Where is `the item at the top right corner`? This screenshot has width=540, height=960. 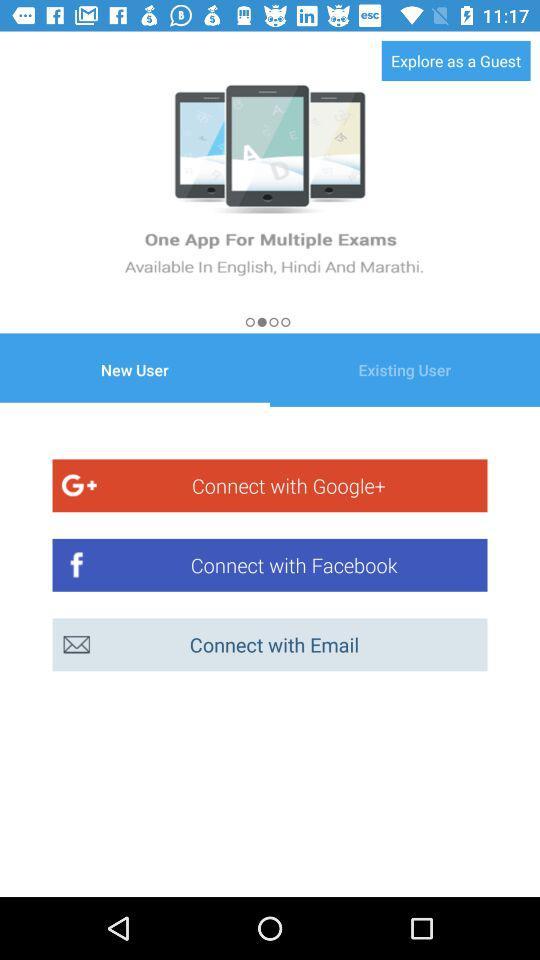 the item at the top right corner is located at coordinates (456, 59).